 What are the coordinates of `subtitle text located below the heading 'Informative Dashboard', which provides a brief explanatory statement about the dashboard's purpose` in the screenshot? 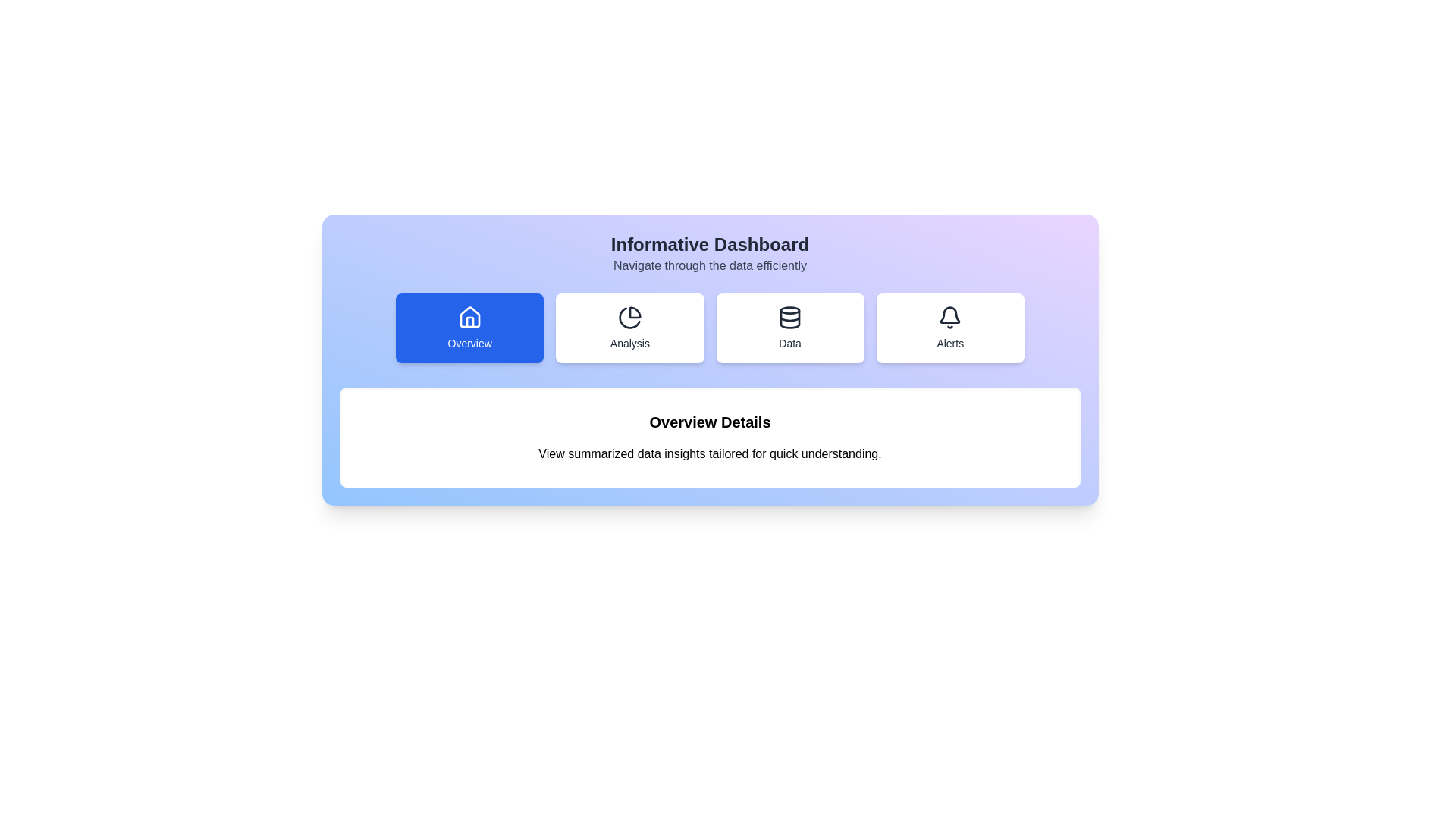 It's located at (709, 265).